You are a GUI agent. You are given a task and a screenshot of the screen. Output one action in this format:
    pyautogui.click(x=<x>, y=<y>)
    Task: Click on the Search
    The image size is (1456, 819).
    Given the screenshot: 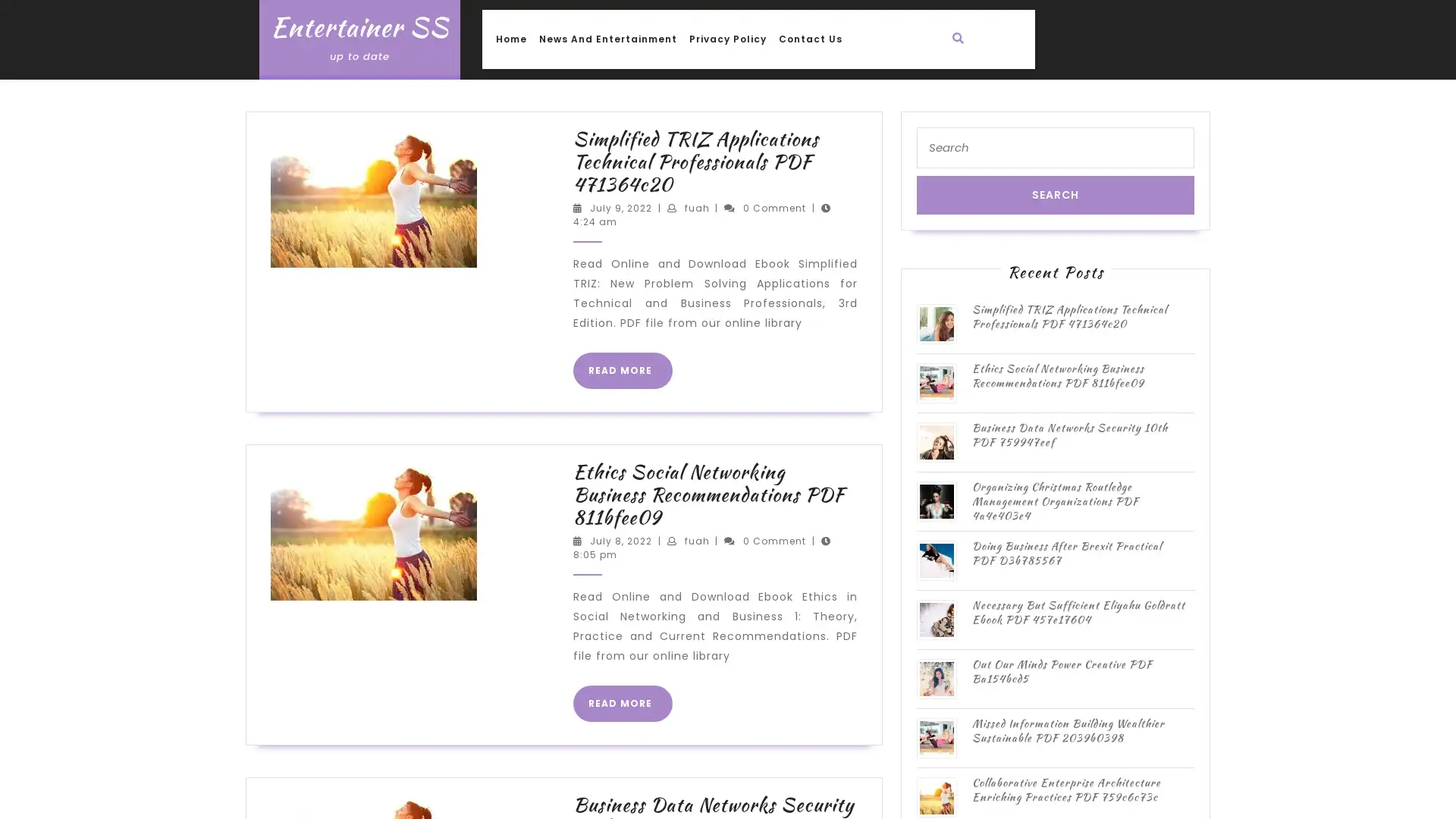 What is the action you would take?
    pyautogui.click(x=1055, y=194)
    